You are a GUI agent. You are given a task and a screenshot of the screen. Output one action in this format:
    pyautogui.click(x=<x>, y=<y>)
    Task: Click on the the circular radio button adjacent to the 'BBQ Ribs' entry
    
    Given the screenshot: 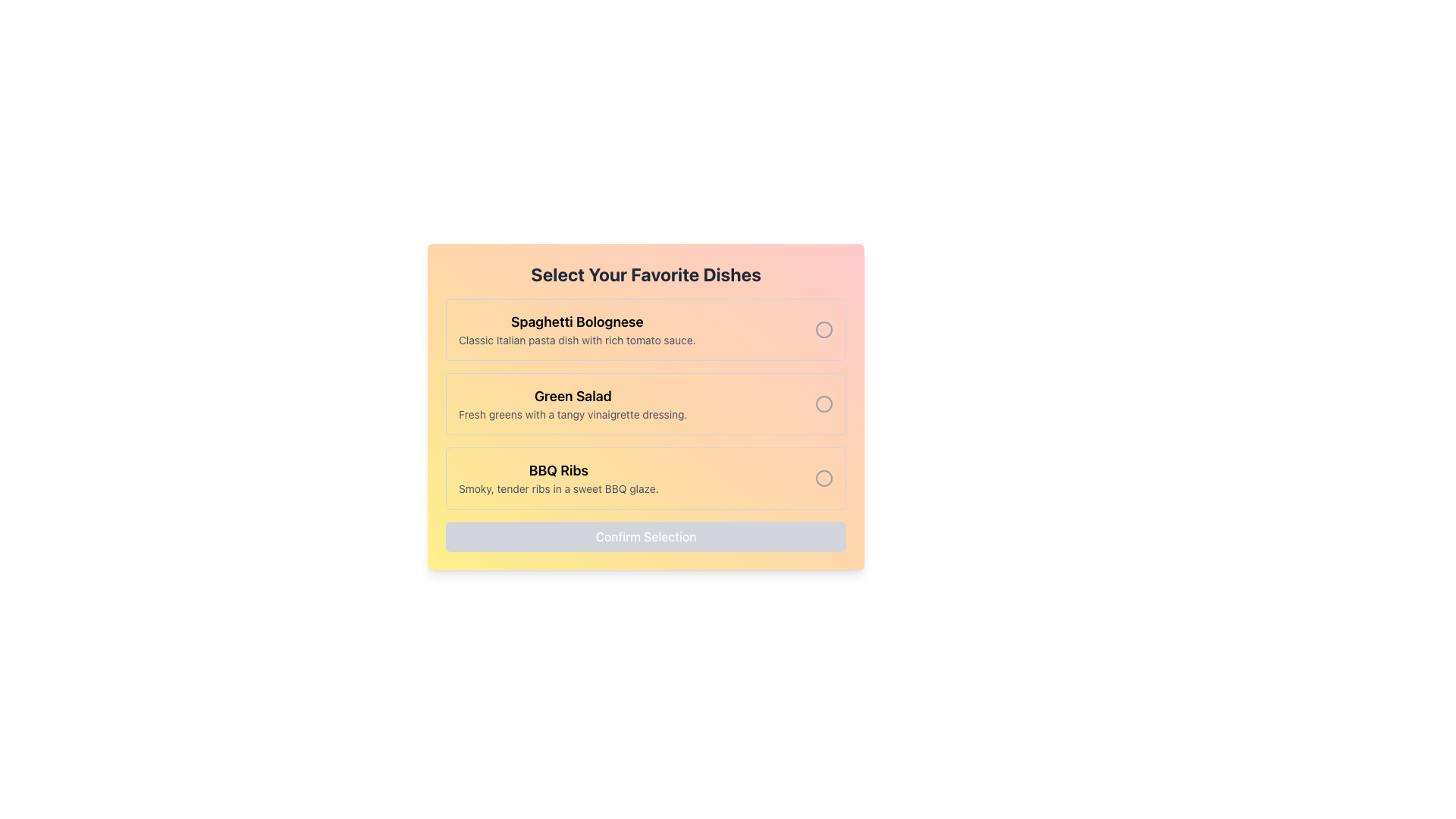 What is the action you would take?
    pyautogui.click(x=823, y=479)
    